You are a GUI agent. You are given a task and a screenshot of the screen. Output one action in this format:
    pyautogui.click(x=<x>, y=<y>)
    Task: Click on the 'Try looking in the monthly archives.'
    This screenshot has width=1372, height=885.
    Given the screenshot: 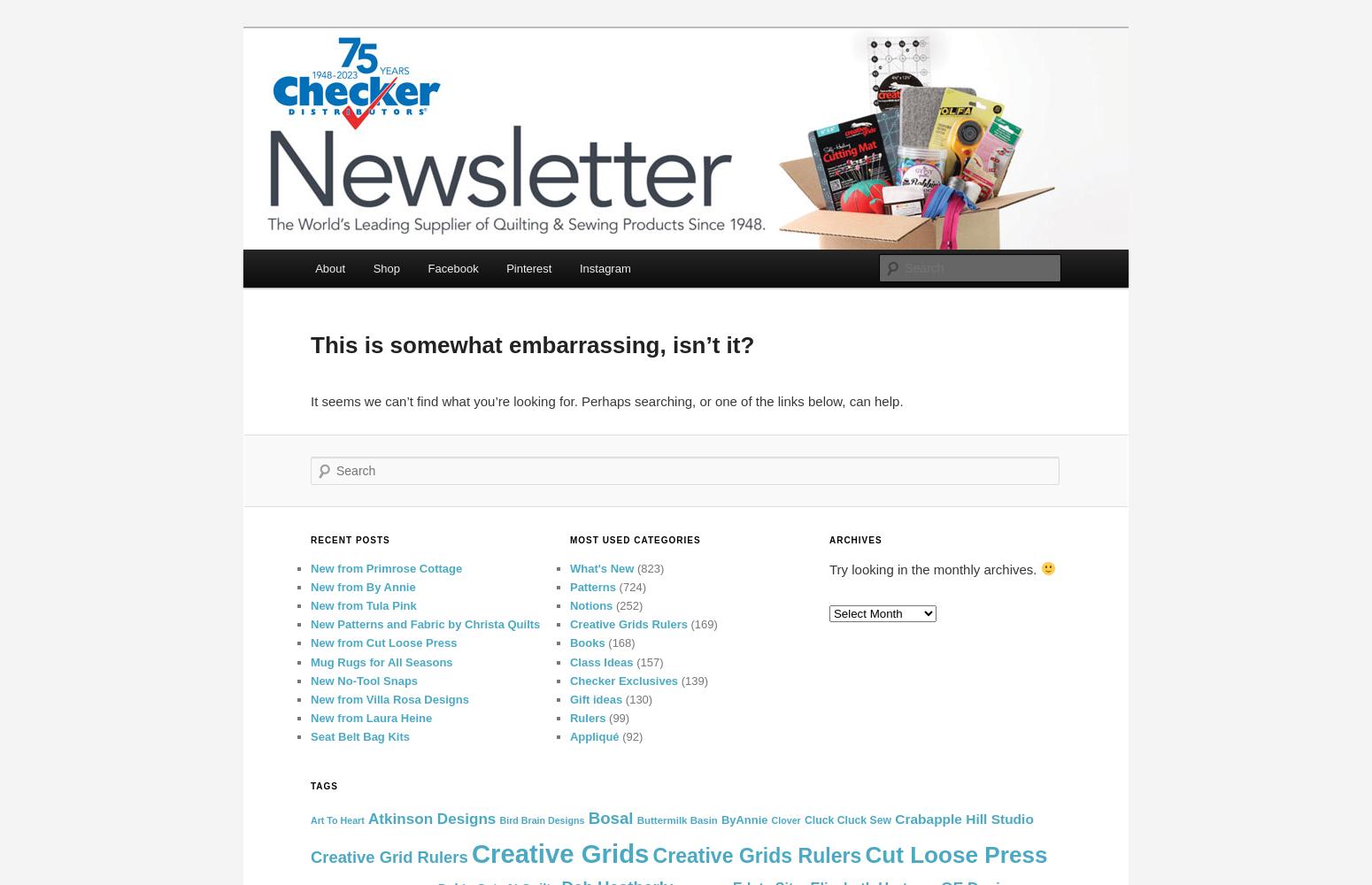 What is the action you would take?
    pyautogui.click(x=934, y=568)
    